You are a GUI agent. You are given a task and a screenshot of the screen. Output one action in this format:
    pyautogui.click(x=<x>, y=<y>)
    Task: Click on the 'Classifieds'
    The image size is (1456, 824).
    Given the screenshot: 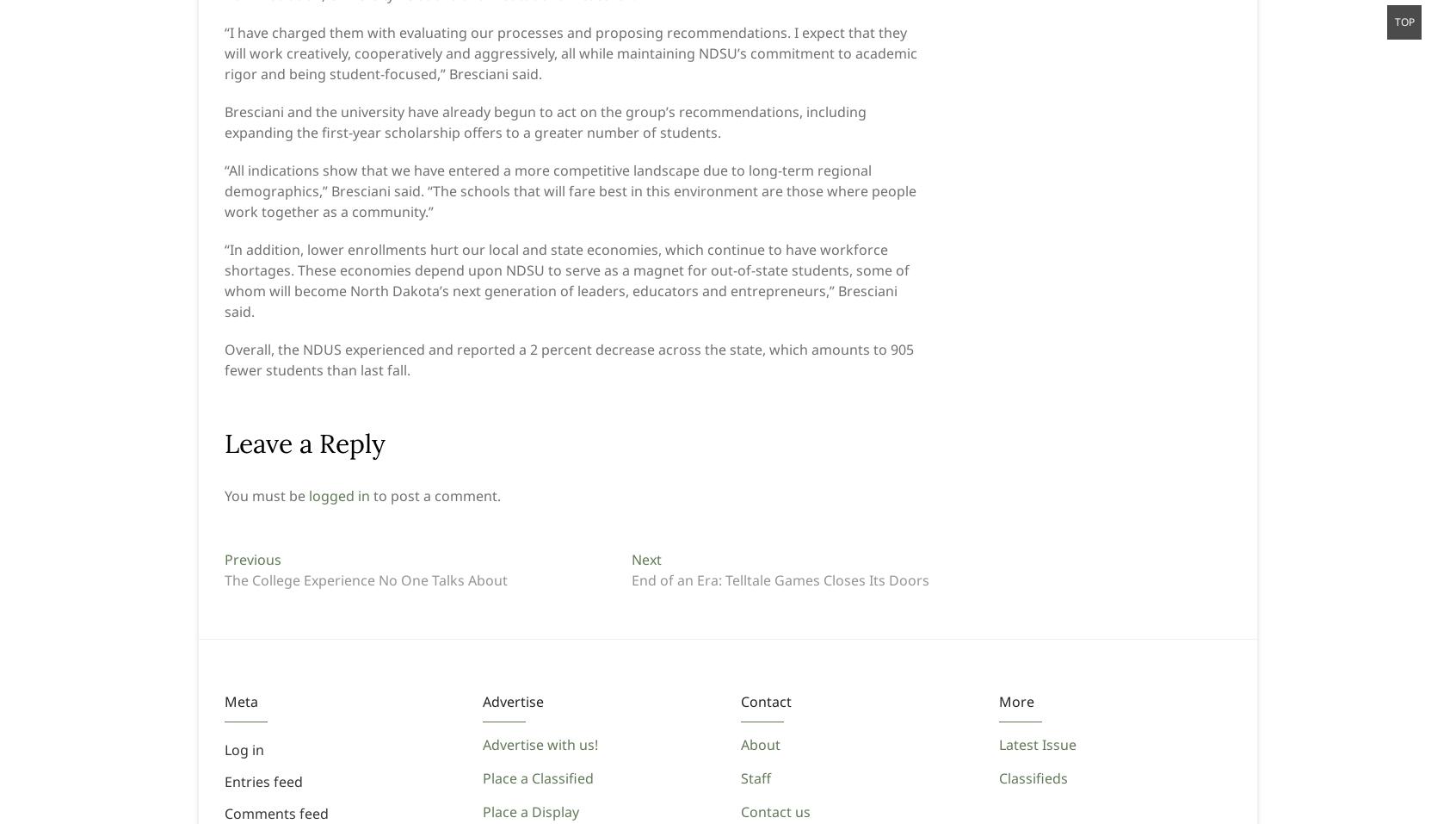 What is the action you would take?
    pyautogui.click(x=1033, y=778)
    